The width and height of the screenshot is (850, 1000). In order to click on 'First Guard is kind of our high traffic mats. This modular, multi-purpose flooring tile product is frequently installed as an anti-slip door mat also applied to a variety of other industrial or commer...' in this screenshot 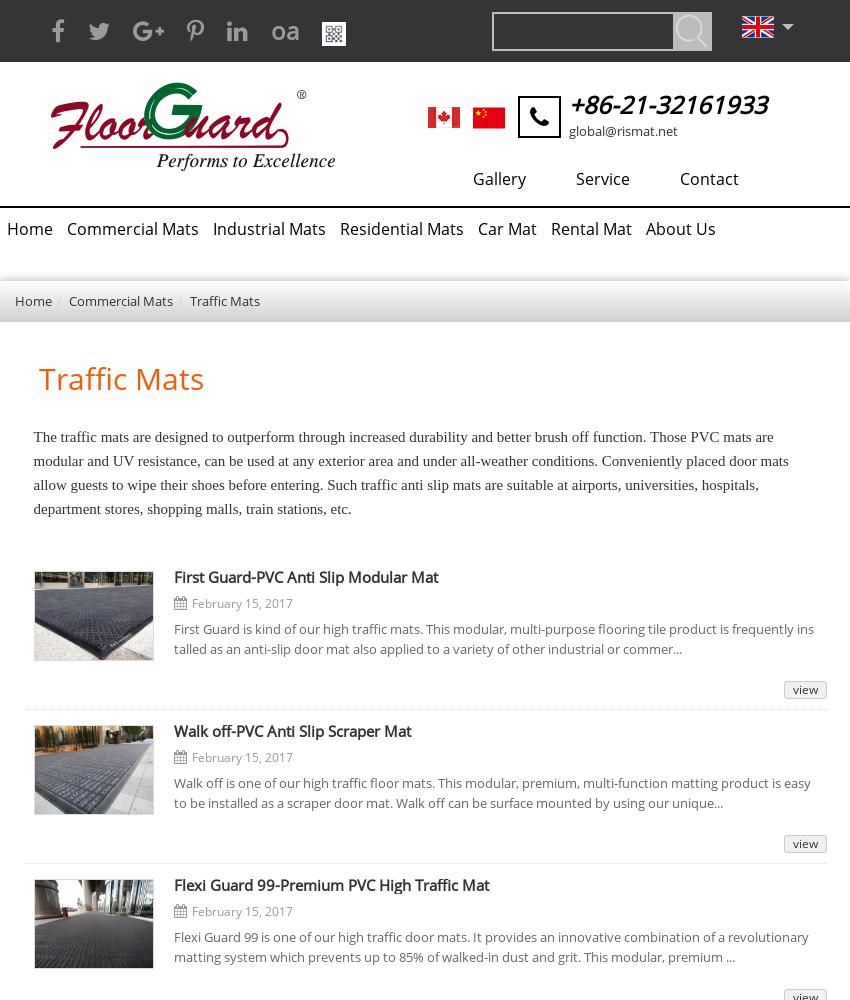, I will do `click(171, 638)`.